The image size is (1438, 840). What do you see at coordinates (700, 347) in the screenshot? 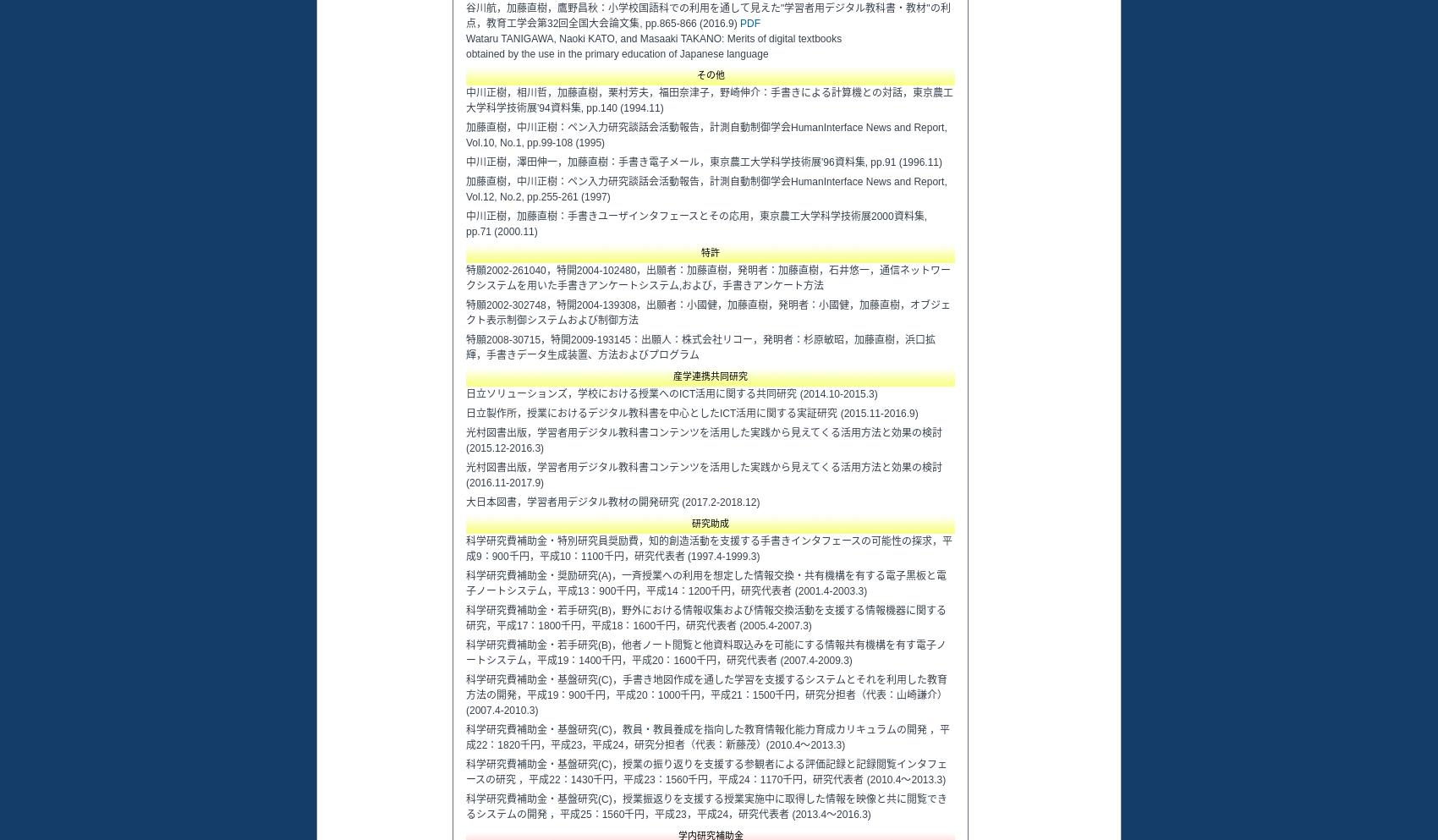
I see `'特願2008-30715，特開2009-193145：出願人：株式会社リコー，発明者：杉原敏昭，加藤直樹，浜口拡輝，手書きデータ生成装置、方法およびプログラム'` at bounding box center [700, 347].